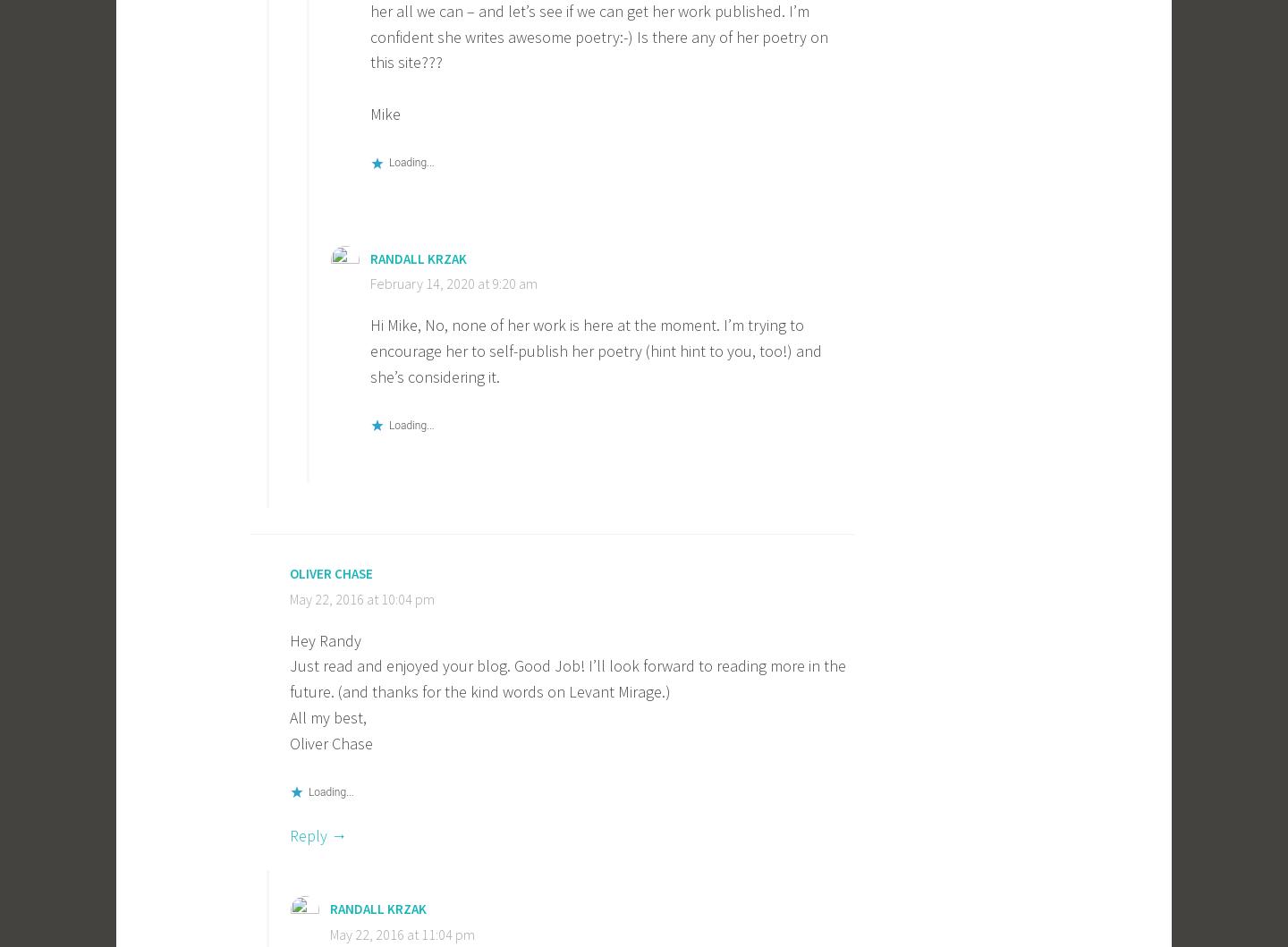  I want to click on 'May 22, 2016 at 11:04 pm', so click(402, 934).